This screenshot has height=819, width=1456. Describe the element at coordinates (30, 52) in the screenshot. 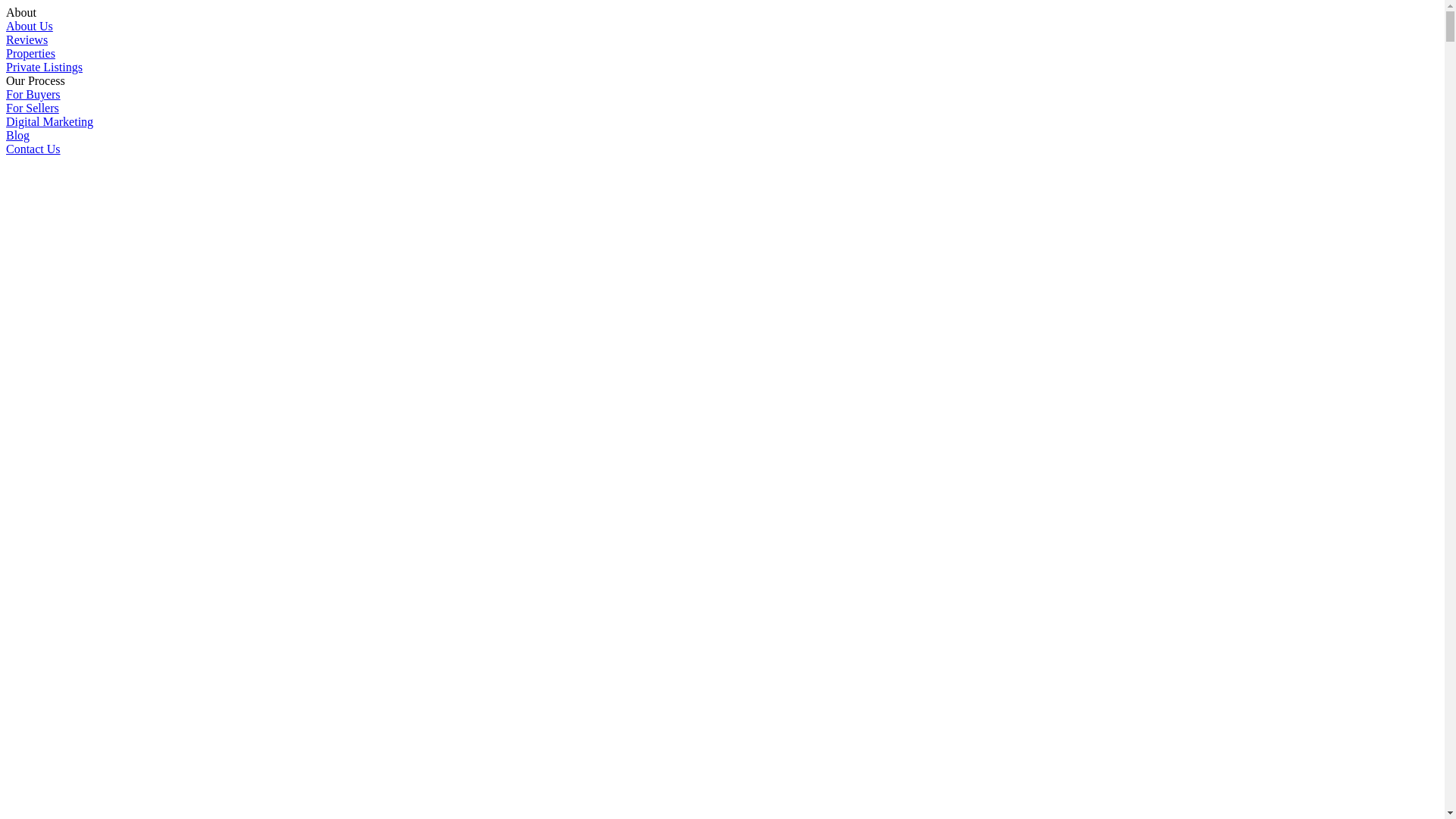

I see `'Properties'` at that location.